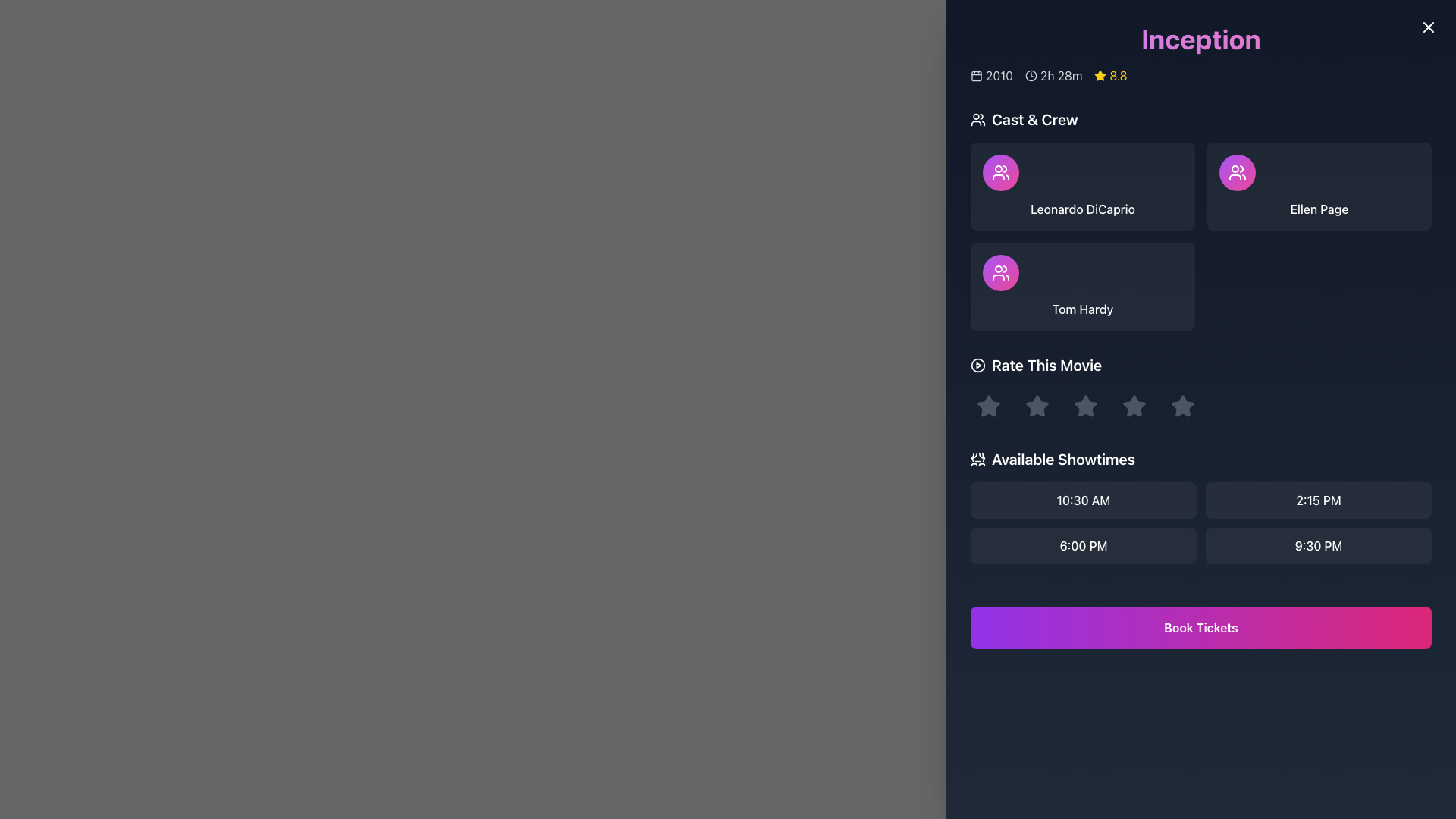  Describe the element at coordinates (978, 458) in the screenshot. I see `the stylized theater icon located at the start of the header for the 'Available Showtimes' section, adjacent to the title text, if it is interactive` at that location.